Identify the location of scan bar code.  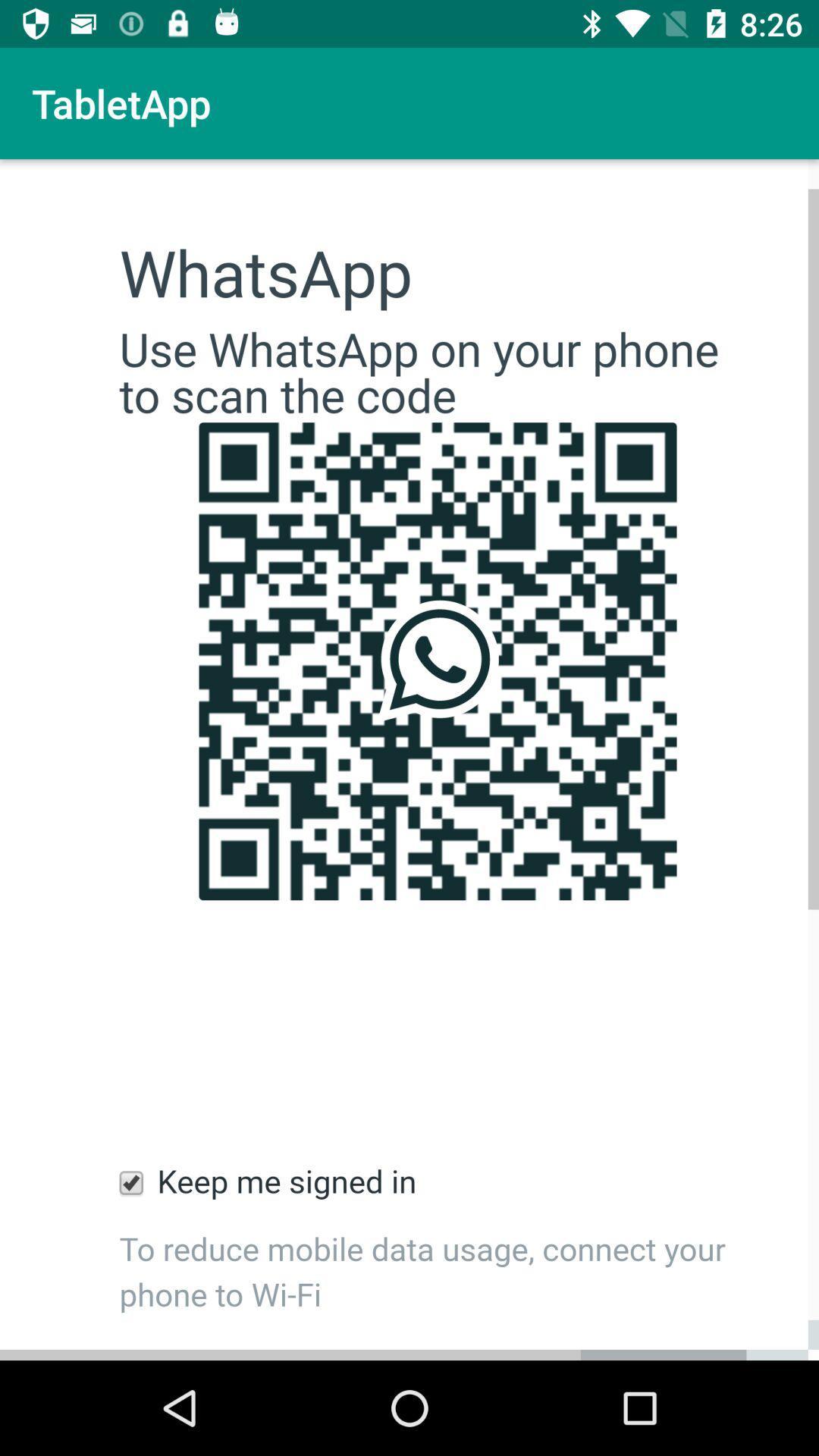
(409, 760).